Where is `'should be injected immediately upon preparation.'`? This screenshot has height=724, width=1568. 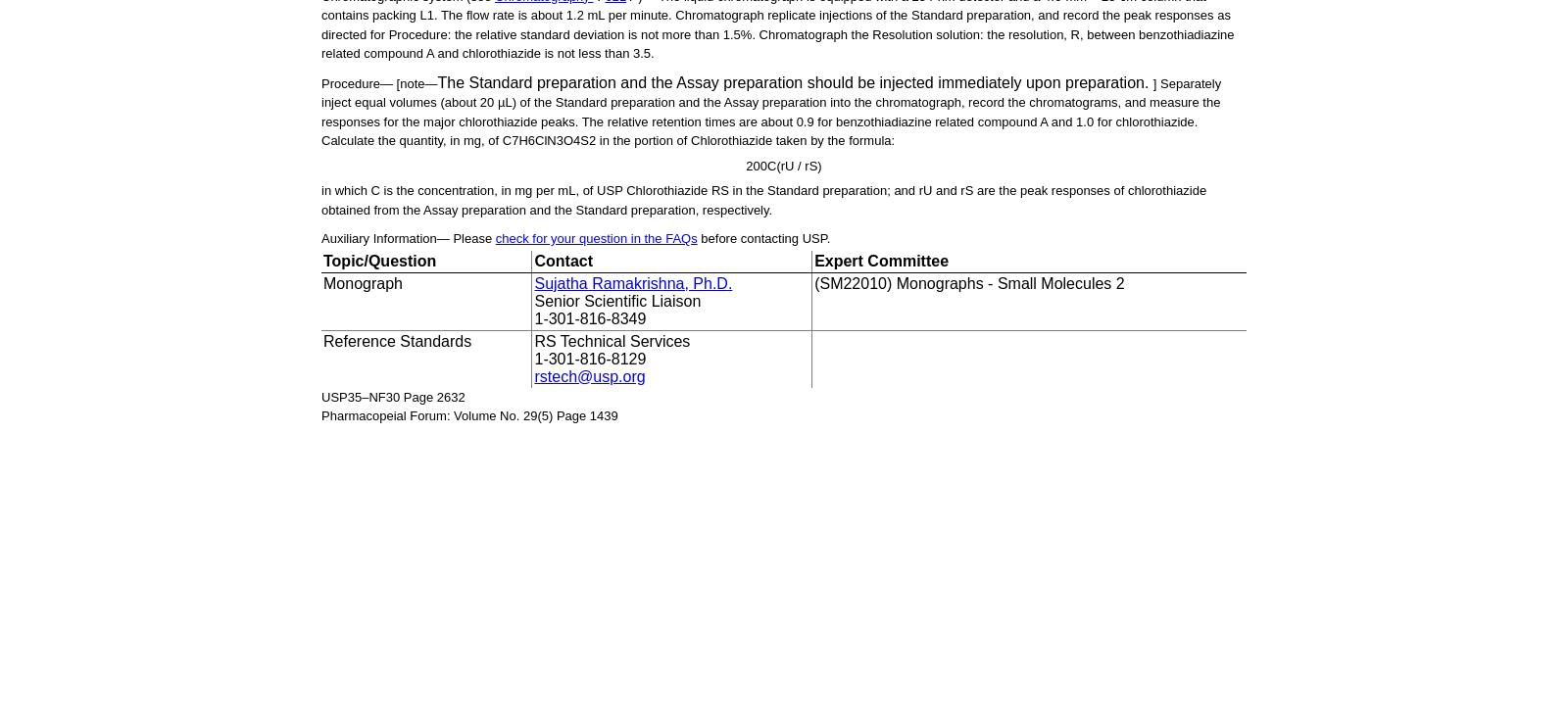
'should be injected immediately upon preparation.' is located at coordinates (978, 80).